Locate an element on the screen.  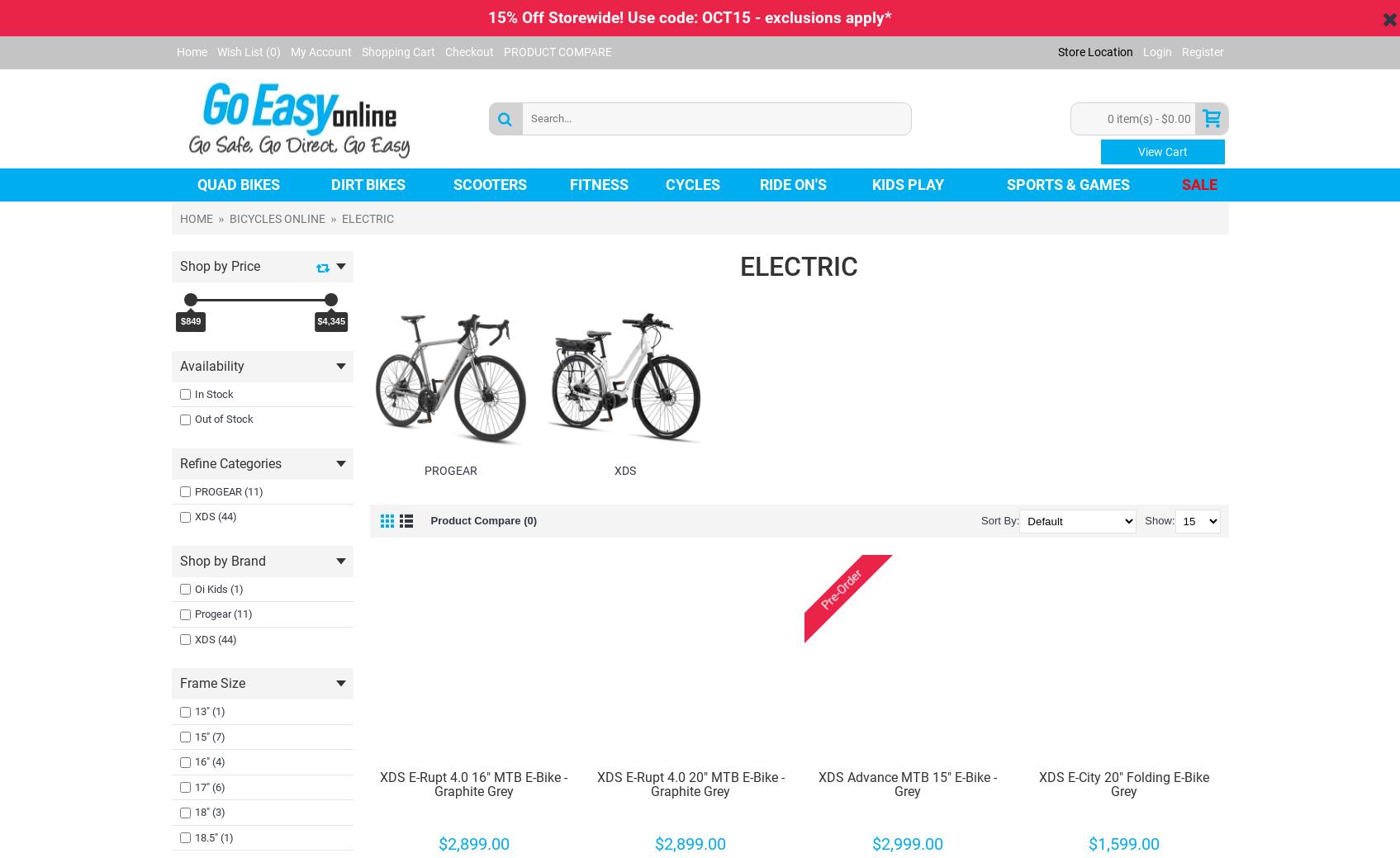
'$4,345' is located at coordinates (331, 319).